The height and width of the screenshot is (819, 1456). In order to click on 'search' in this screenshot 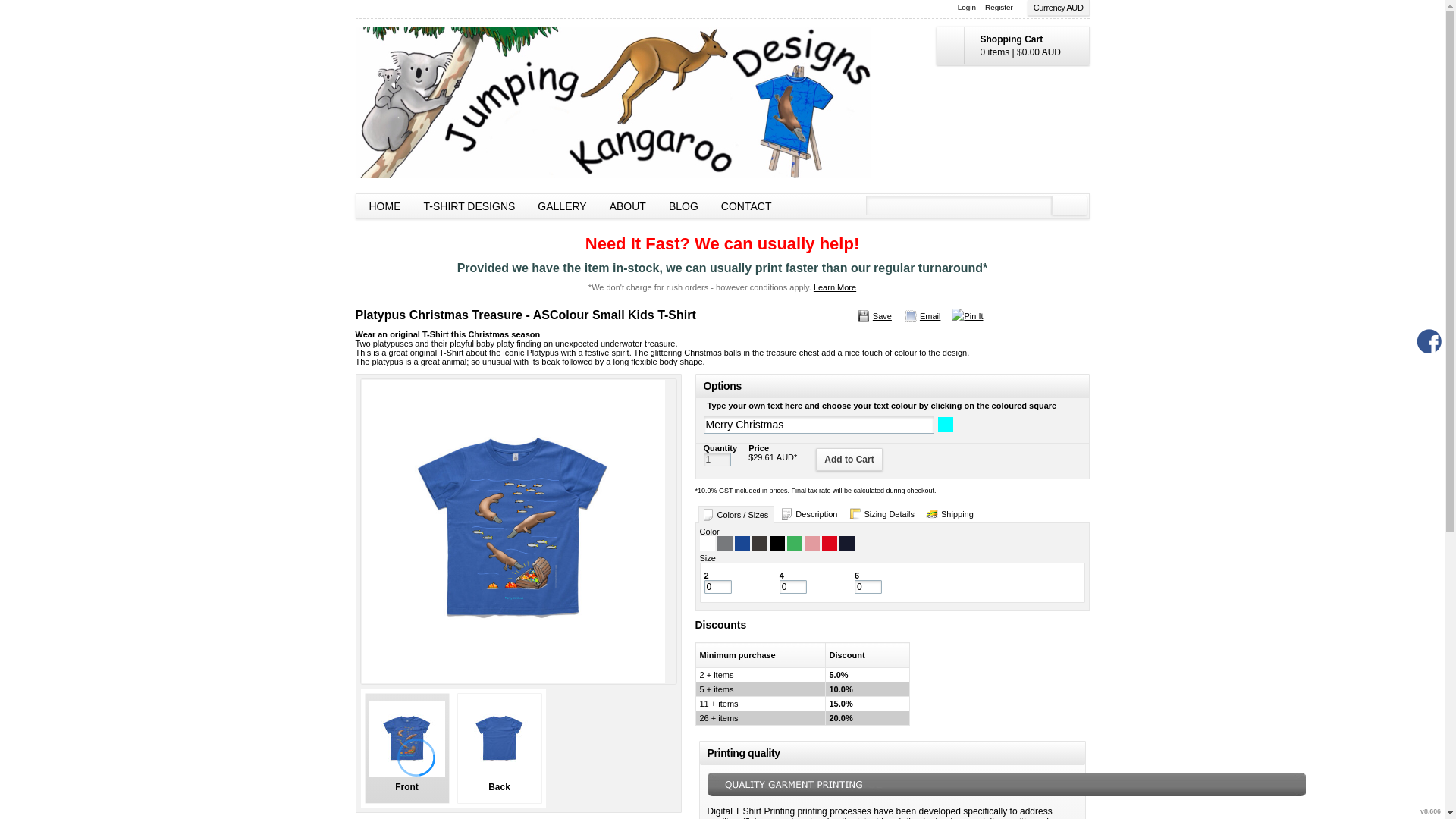, I will do `click(1068, 205)`.